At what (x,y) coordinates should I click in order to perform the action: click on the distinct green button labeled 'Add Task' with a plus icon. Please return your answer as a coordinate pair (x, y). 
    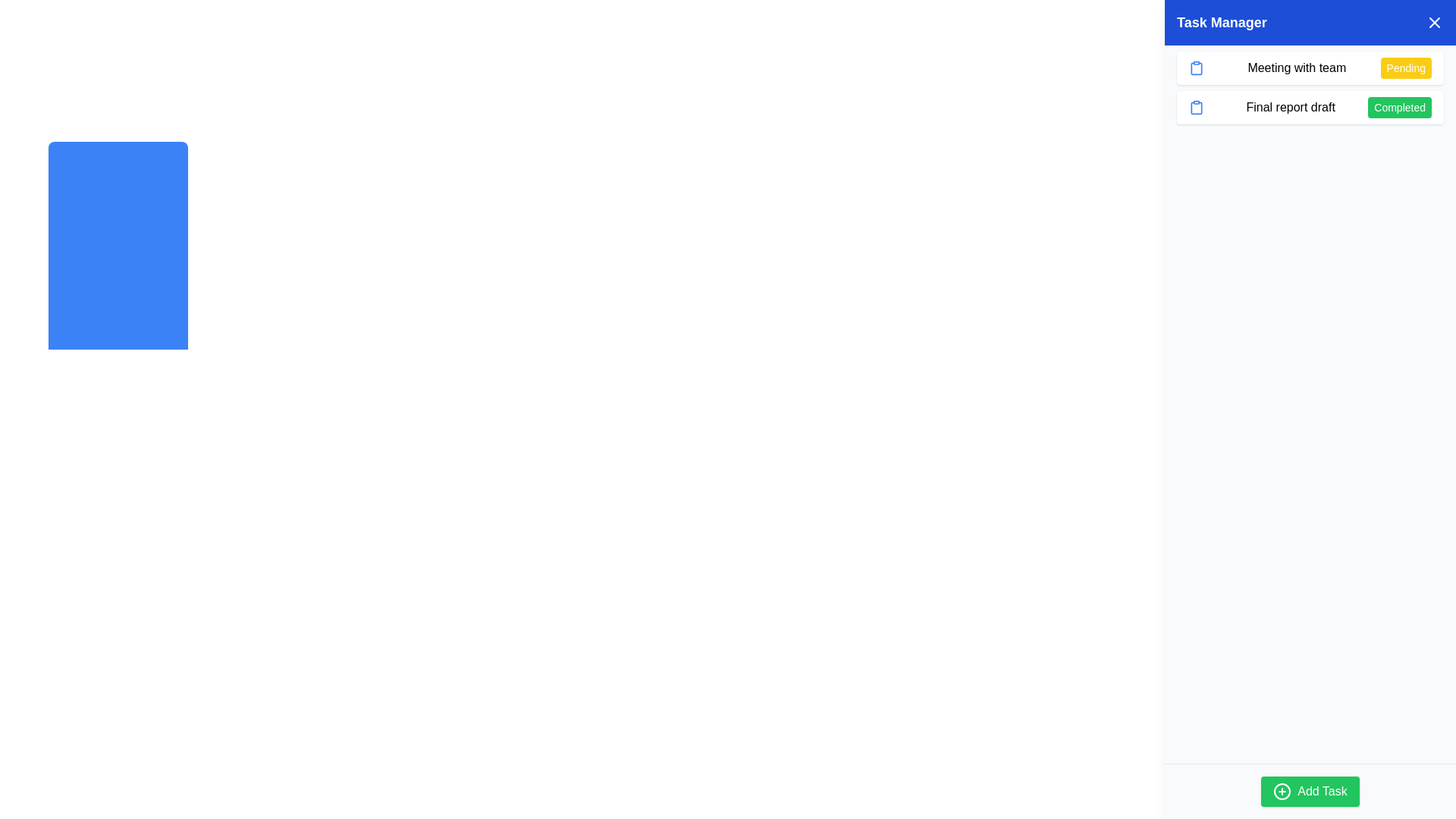
    Looking at the image, I should click on (1310, 791).